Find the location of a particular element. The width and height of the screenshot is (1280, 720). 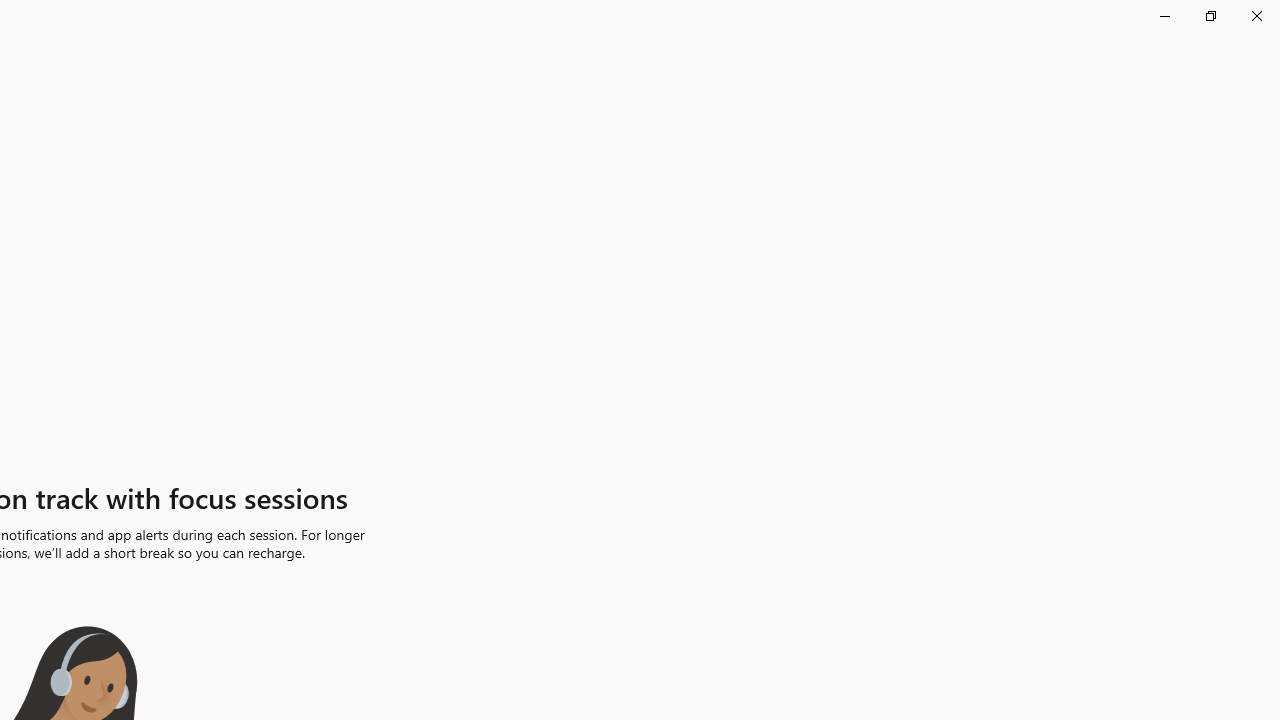

'Minimize Clock' is located at coordinates (1164, 15).